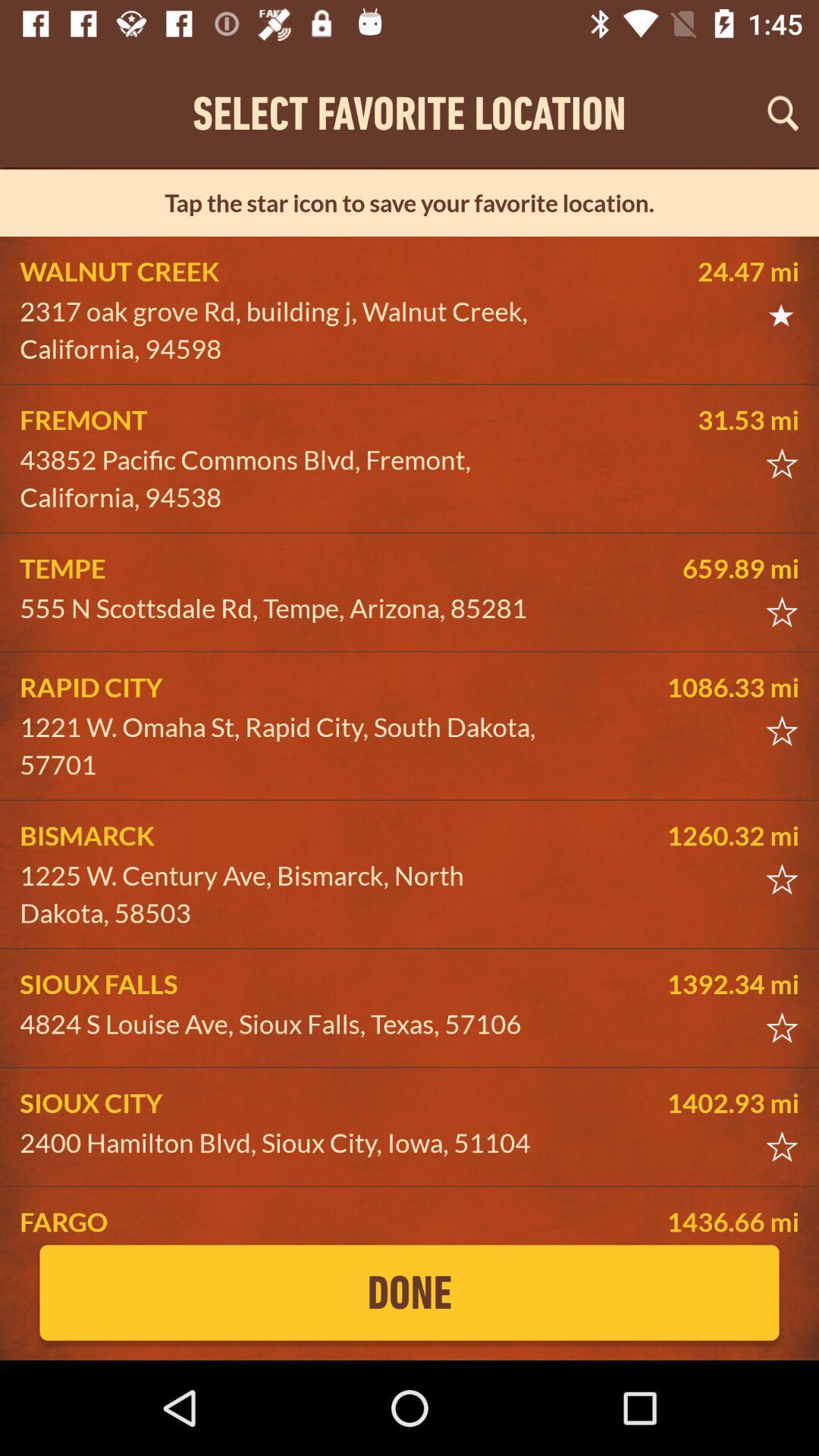 The width and height of the screenshot is (819, 1456). What do you see at coordinates (285, 608) in the screenshot?
I see `the 555 n scottsdale item` at bounding box center [285, 608].